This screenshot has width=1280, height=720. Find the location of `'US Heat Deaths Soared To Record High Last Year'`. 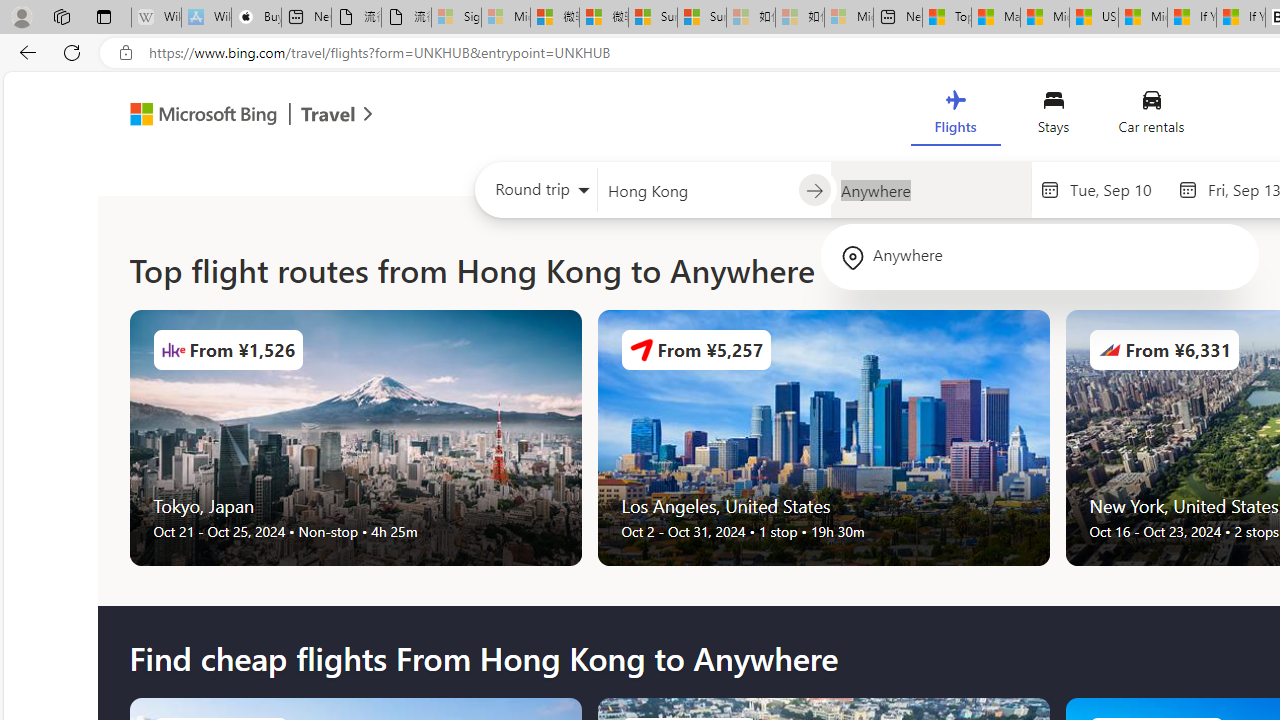

'US Heat Deaths Soared To Record High Last Year' is located at coordinates (1092, 17).